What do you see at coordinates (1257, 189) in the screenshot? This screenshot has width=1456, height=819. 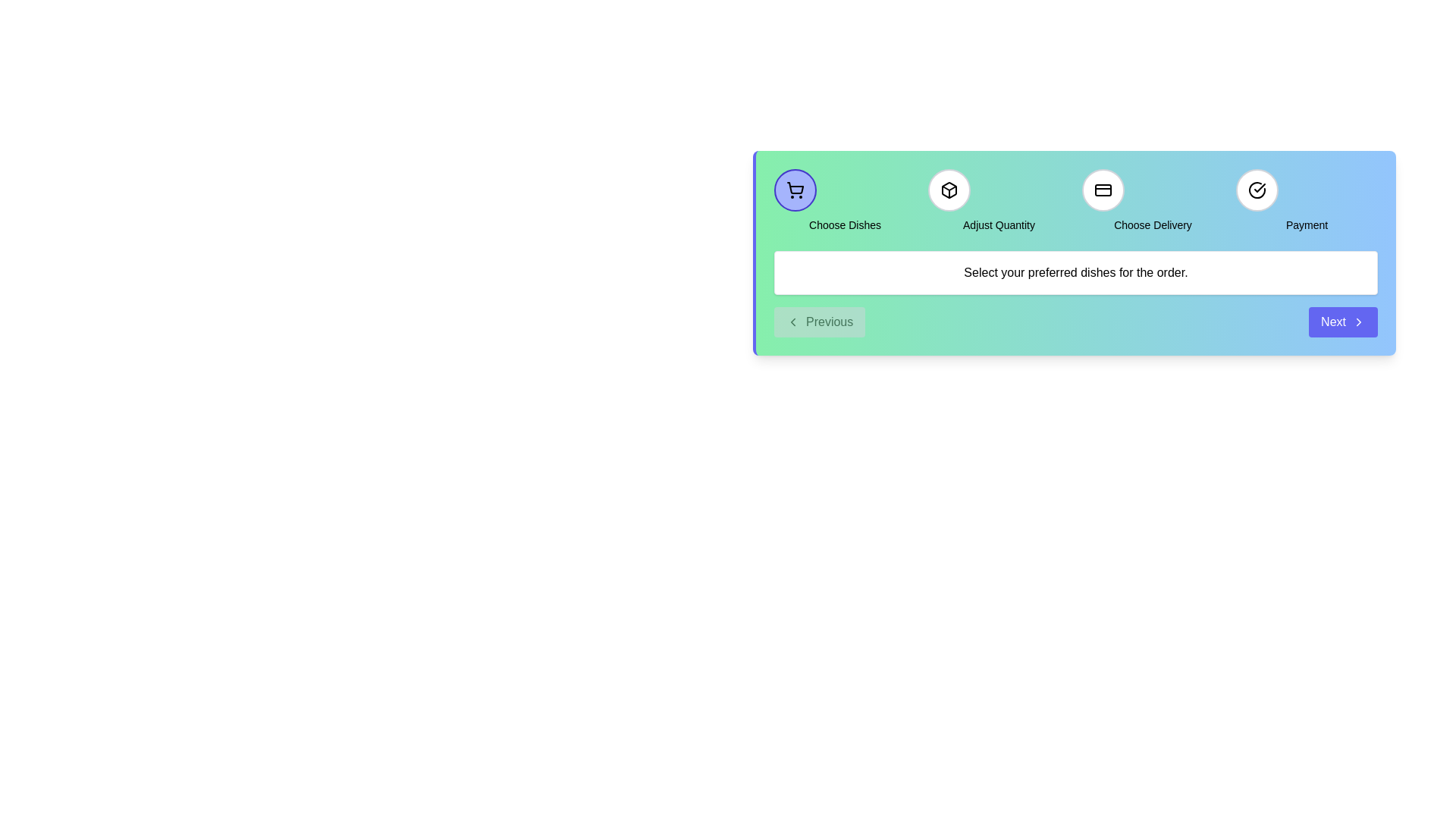 I see `the circular icon with a checked mark inside, located on the far right of the navigation bar` at bounding box center [1257, 189].